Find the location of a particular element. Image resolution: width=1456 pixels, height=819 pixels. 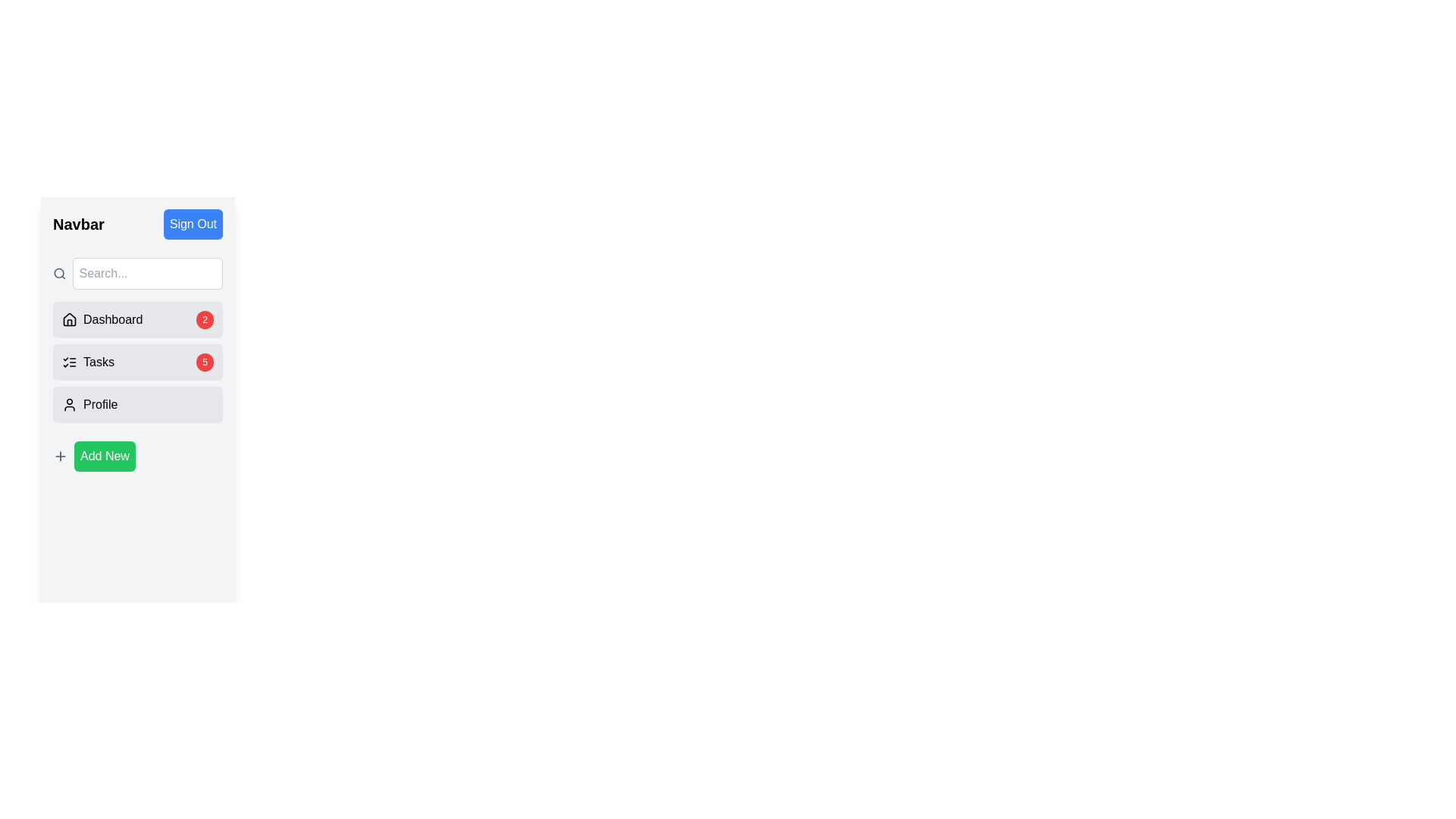

the Badge or Label displaying the number '2' with a red background, located inside the 'Dashboard' menu item is located at coordinates (204, 318).